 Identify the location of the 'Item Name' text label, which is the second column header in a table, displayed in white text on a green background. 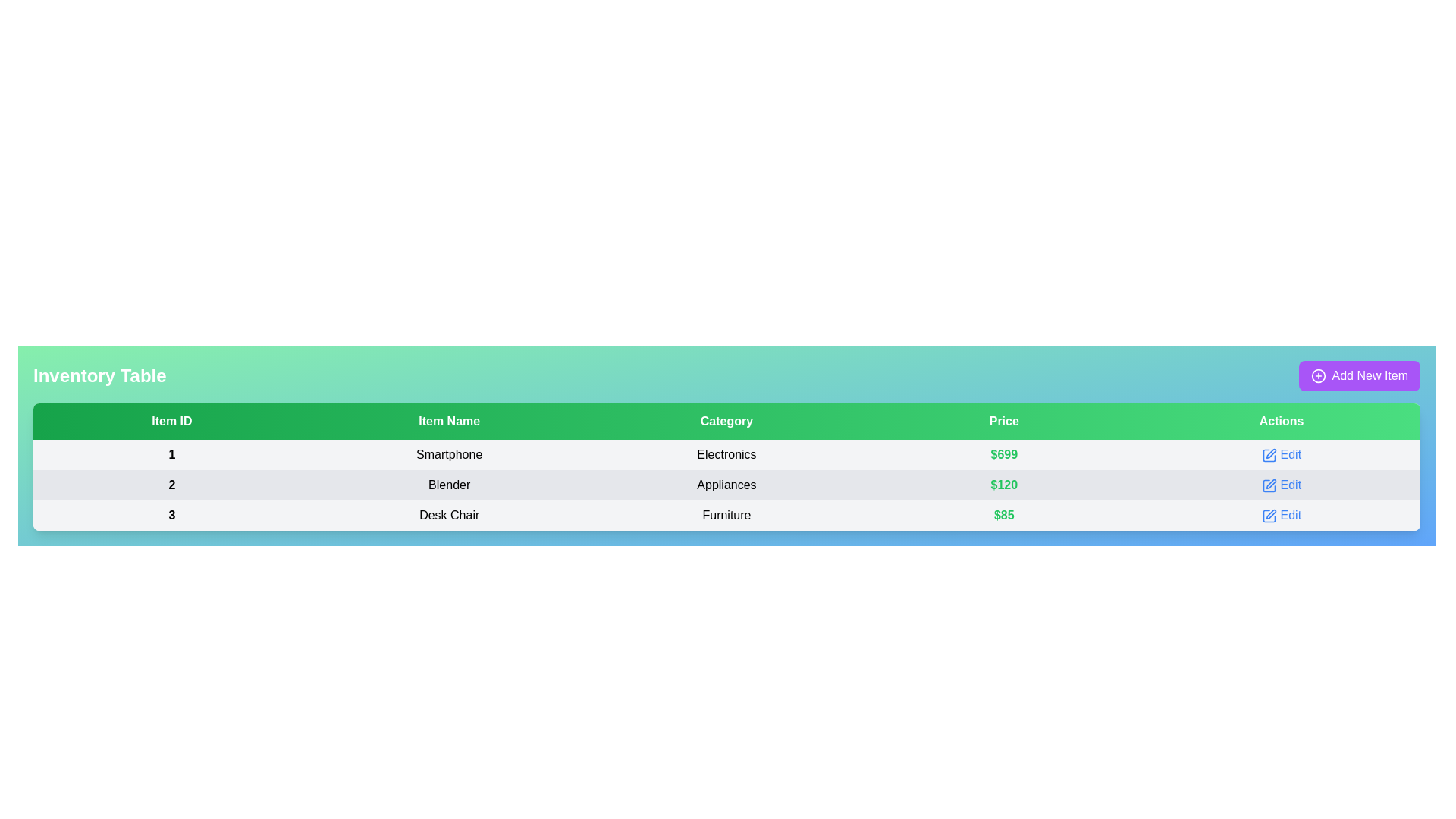
(448, 421).